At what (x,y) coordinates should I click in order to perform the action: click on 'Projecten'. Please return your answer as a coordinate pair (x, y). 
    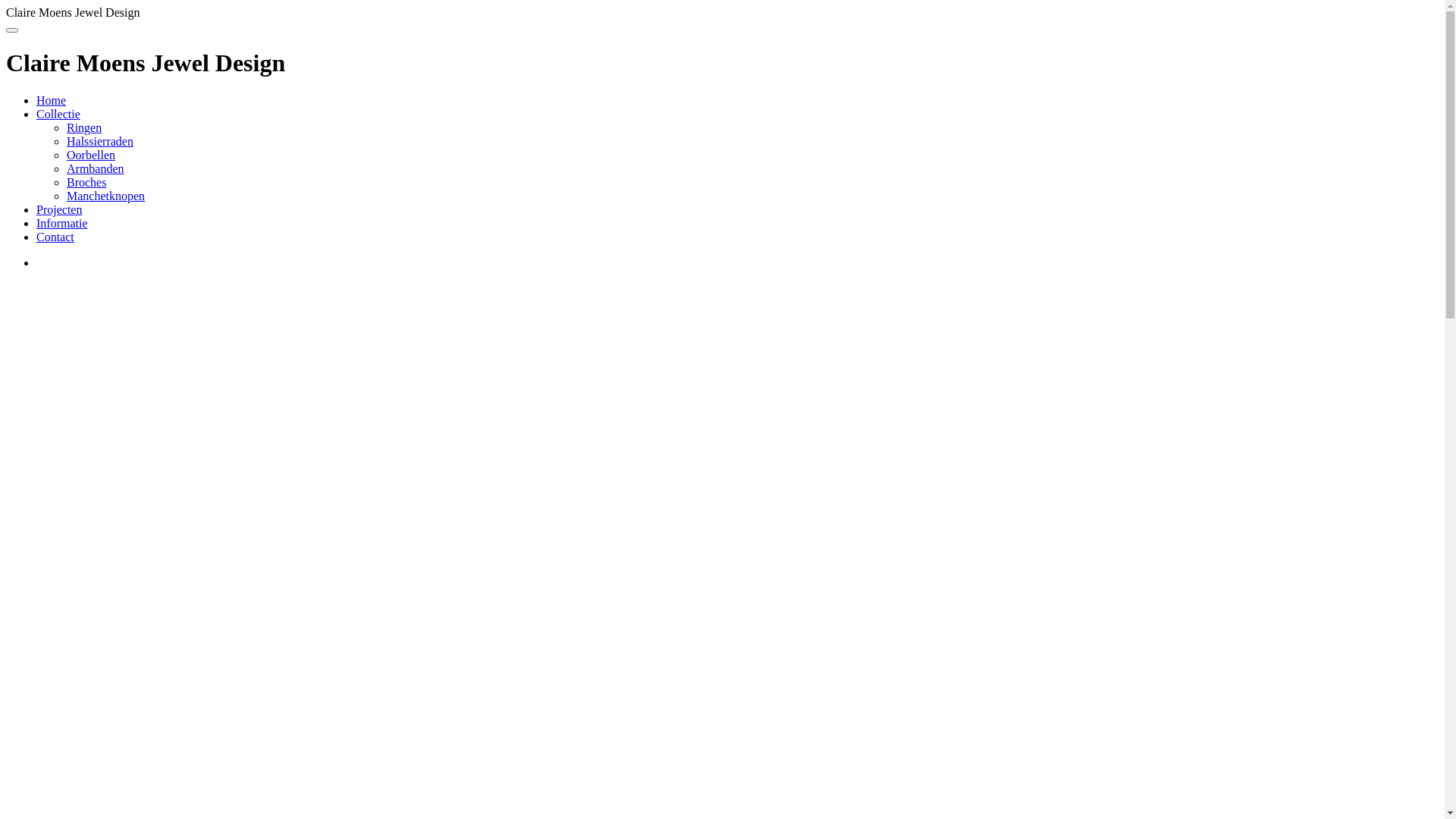
    Looking at the image, I should click on (36, 209).